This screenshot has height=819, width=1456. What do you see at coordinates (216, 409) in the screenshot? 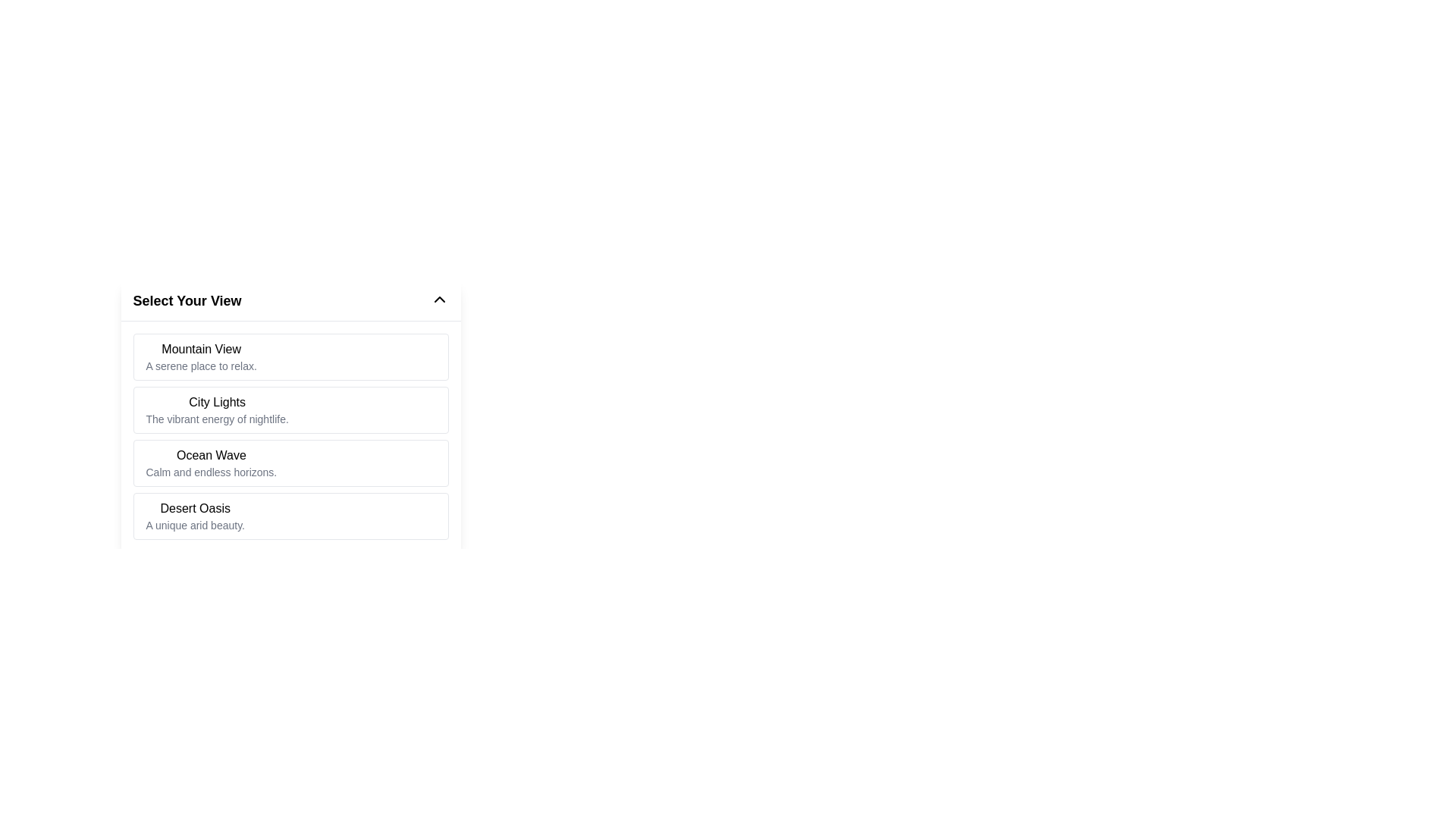
I see `the List item displaying the title 'City Lights'` at bounding box center [216, 409].